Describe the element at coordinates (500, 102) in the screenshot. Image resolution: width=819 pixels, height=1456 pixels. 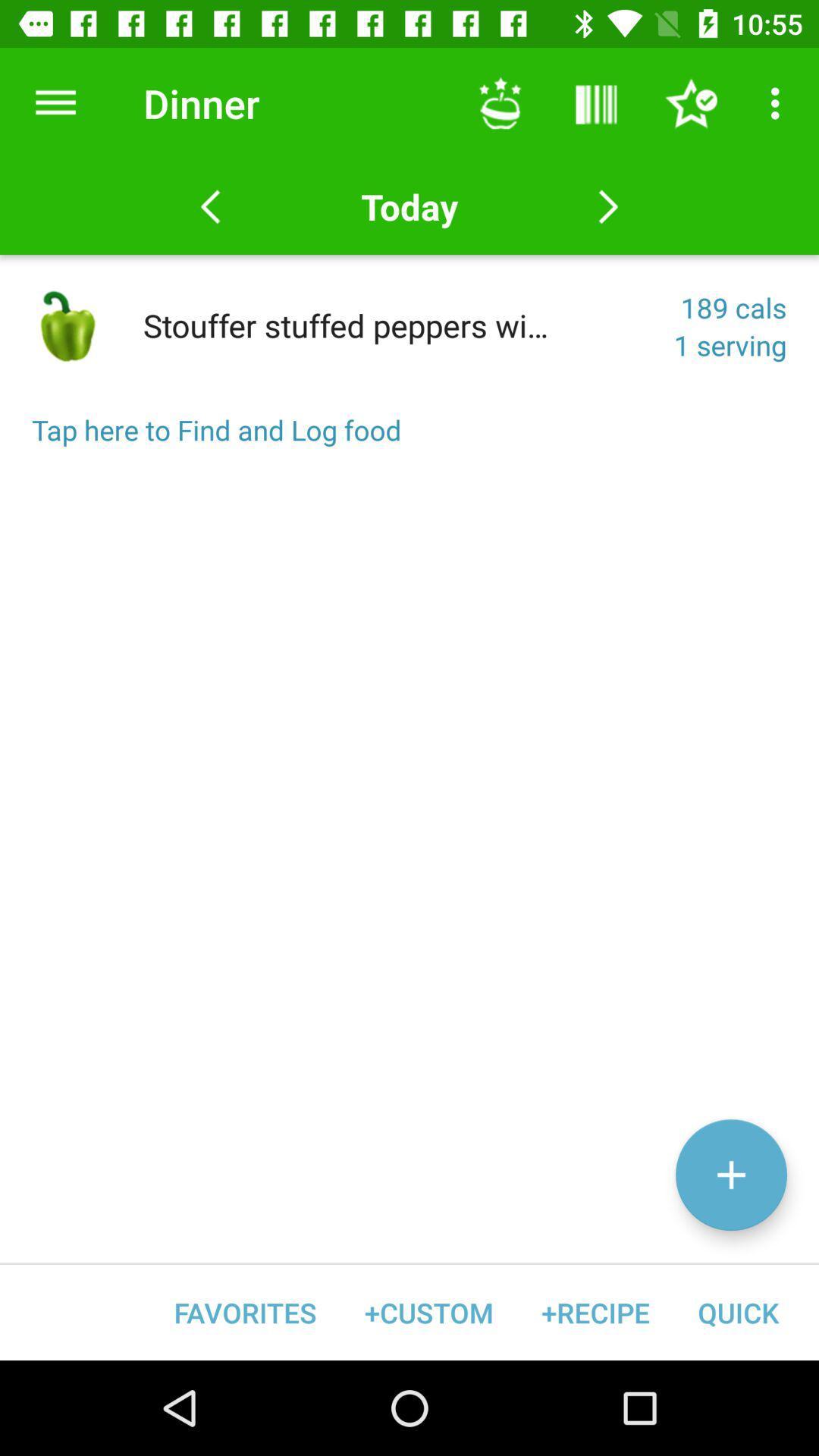
I see `the icon to the right of the dinner item` at that location.